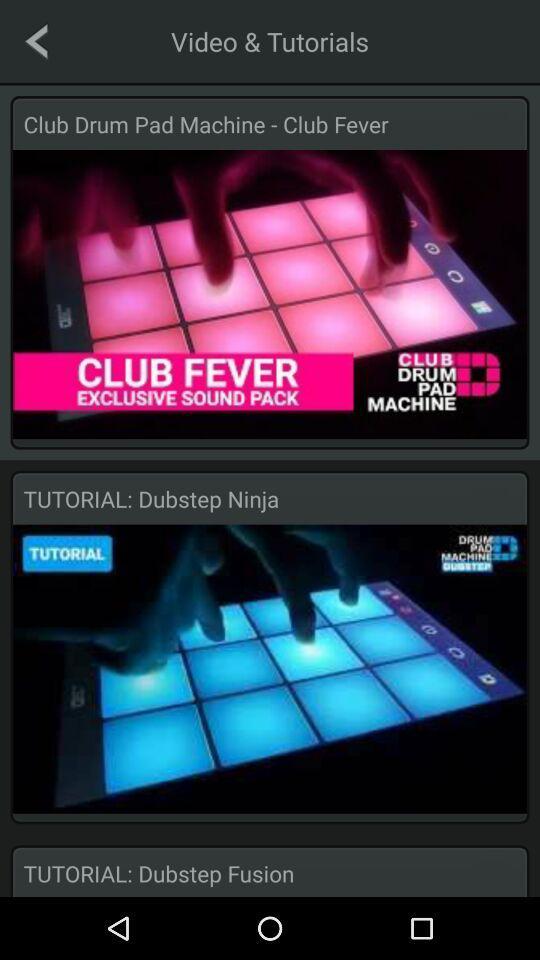 The width and height of the screenshot is (540, 960). What do you see at coordinates (36, 40) in the screenshot?
I see `the arrow_backward icon` at bounding box center [36, 40].